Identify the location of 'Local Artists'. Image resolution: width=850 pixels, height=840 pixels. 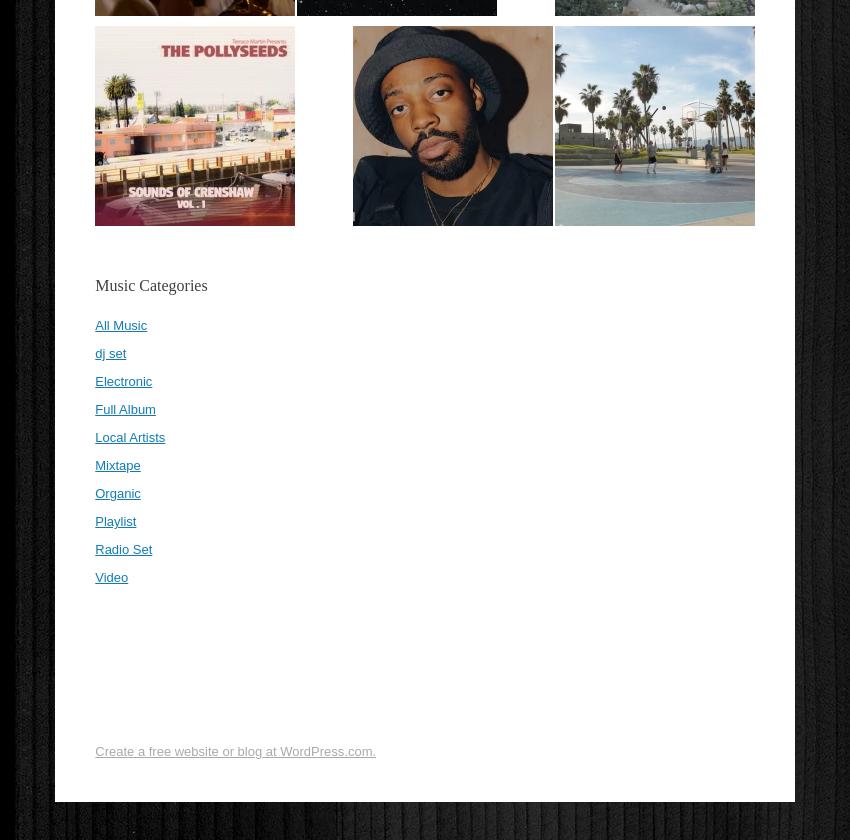
(129, 437).